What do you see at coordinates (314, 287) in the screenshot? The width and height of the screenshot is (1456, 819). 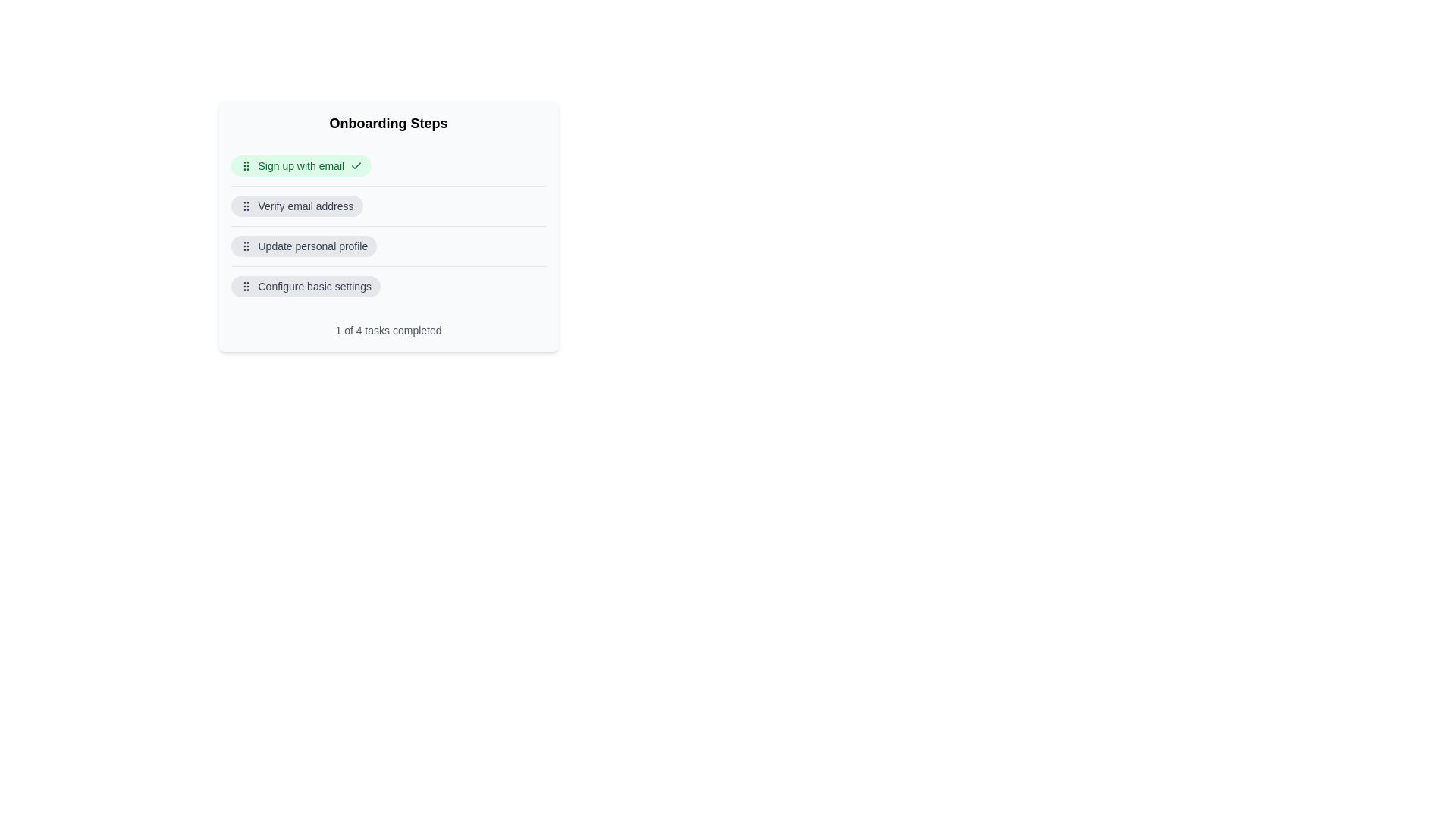 I see `the step title text label indicating the task of configuring basic settings in the onboarding process, which is the last item in the list of onboarding steps` at bounding box center [314, 287].